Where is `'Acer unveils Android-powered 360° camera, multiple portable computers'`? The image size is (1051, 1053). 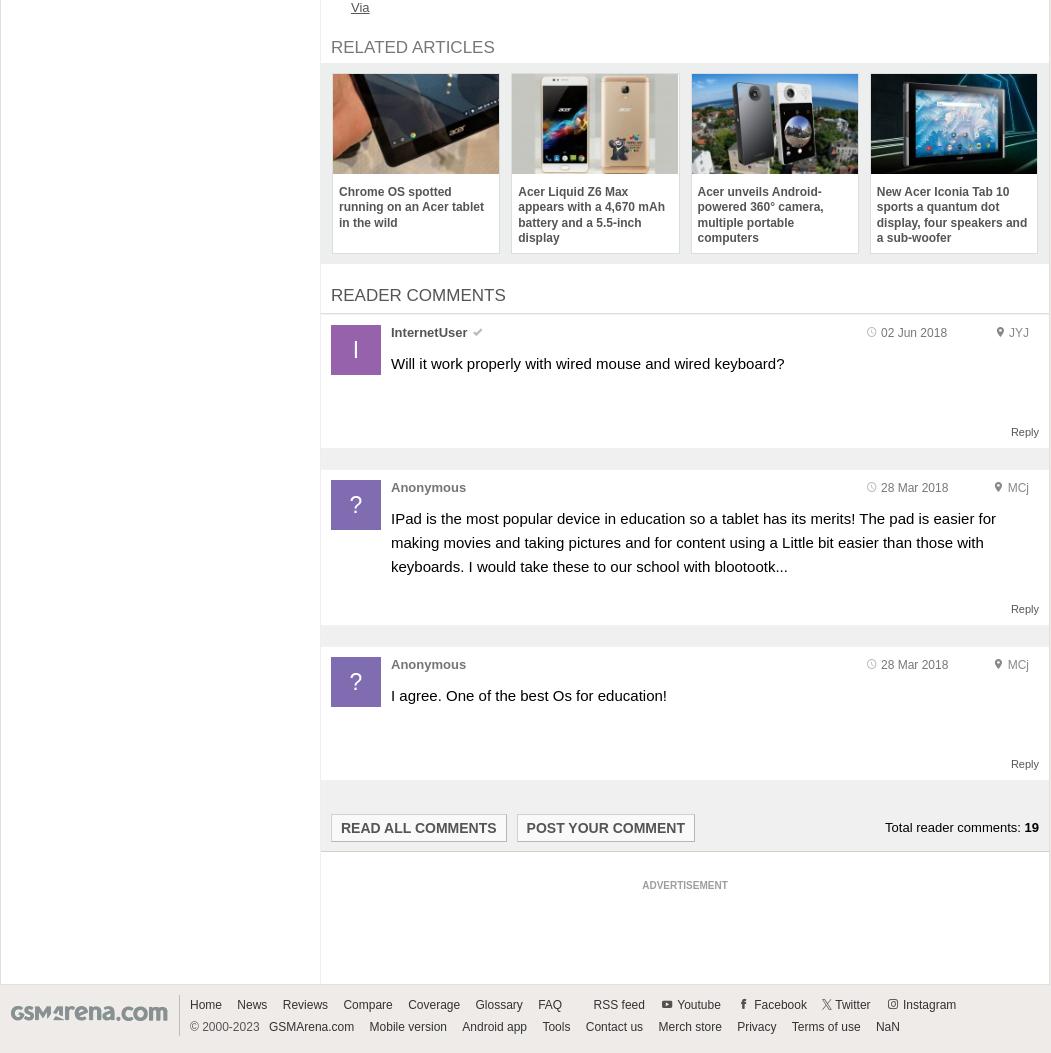
'Acer unveils Android-powered 360° camera, multiple portable computers' is located at coordinates (759, 214).